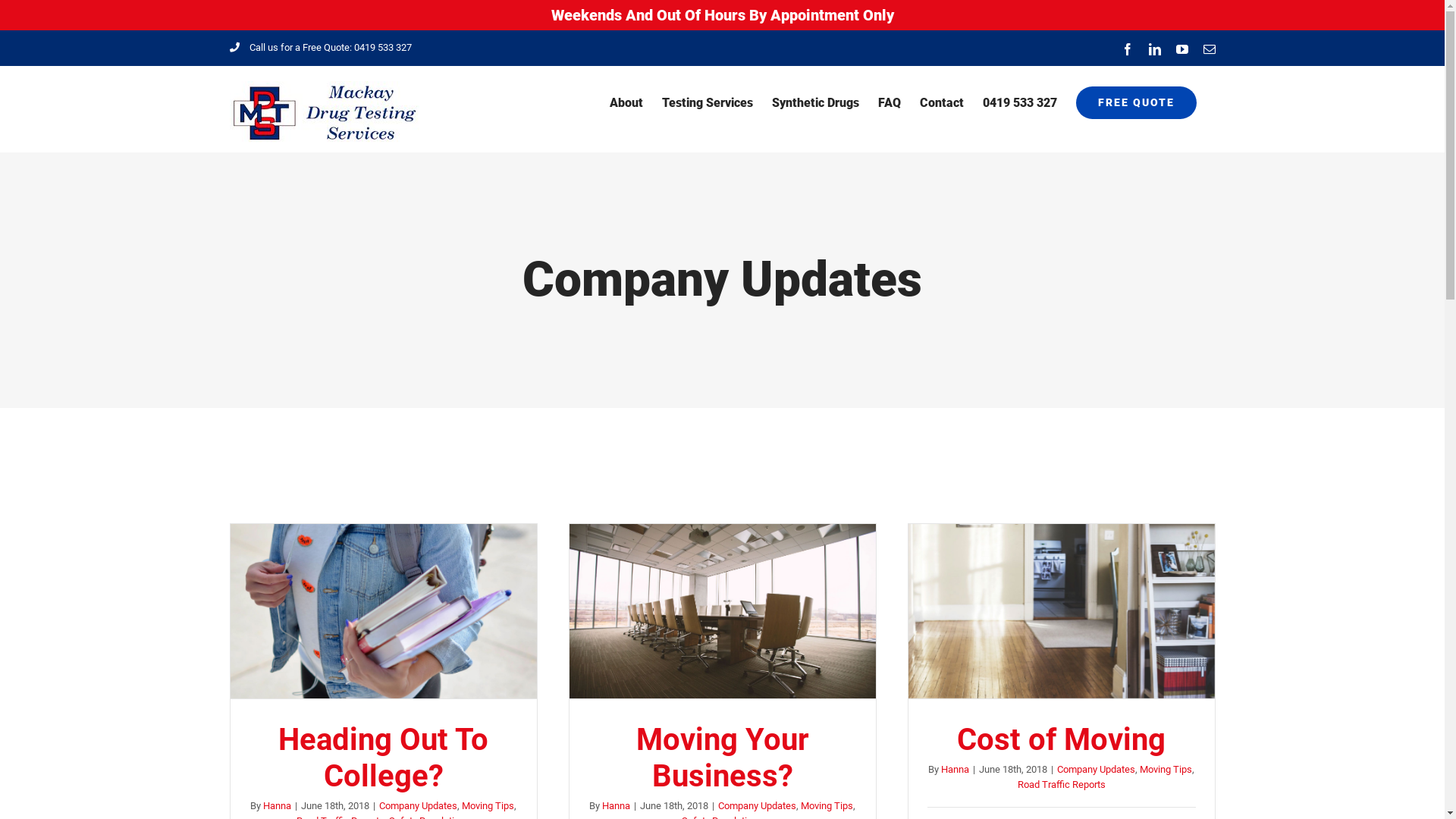 The image size is (1456, 819). I want to click on 'Hanna', so click(954, 769).